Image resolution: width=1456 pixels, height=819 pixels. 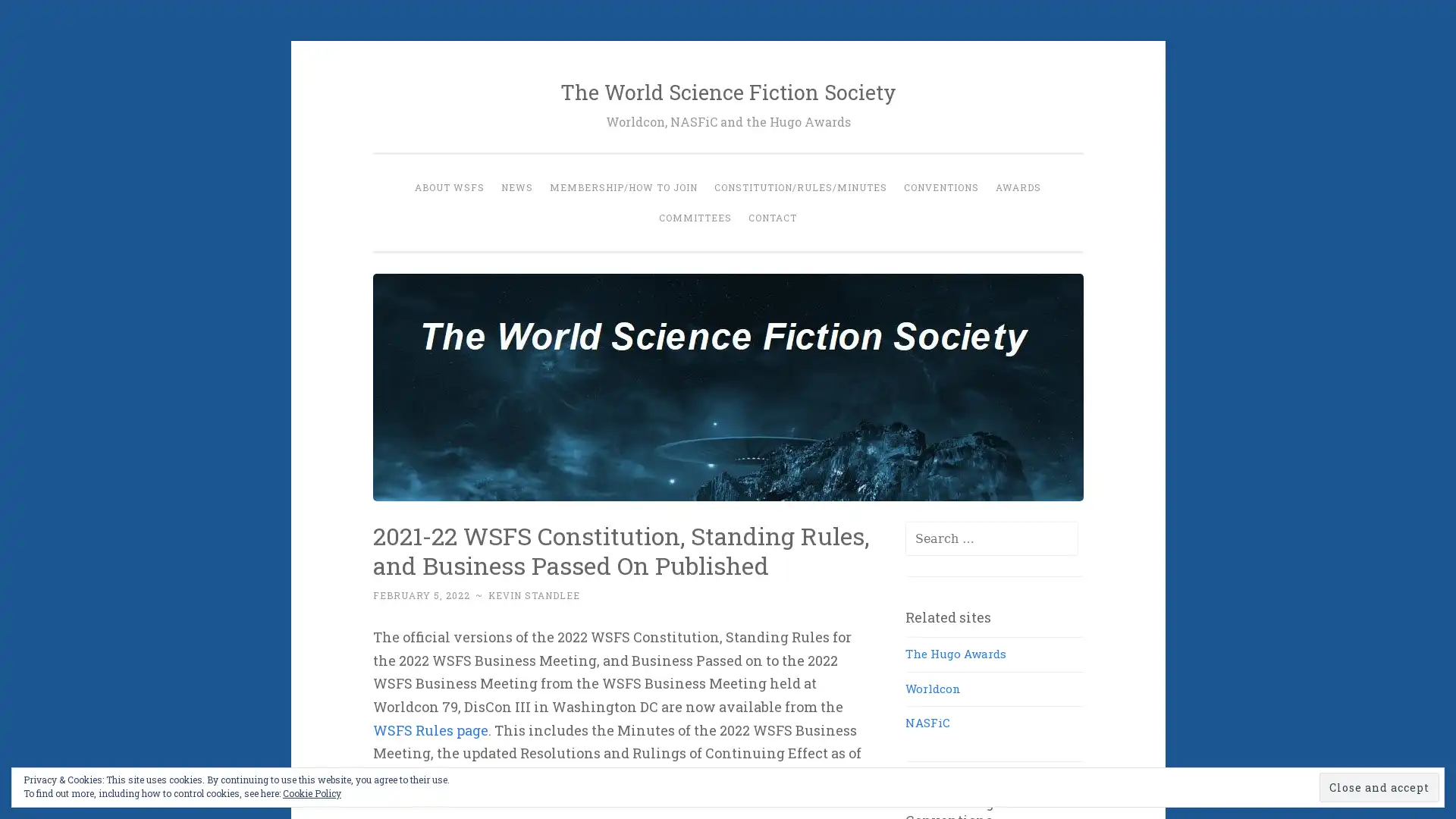 What do you see at coordinates (1379, 786) in the screenshot?
I see `Close and accept` at bounding box center [1379, 786].